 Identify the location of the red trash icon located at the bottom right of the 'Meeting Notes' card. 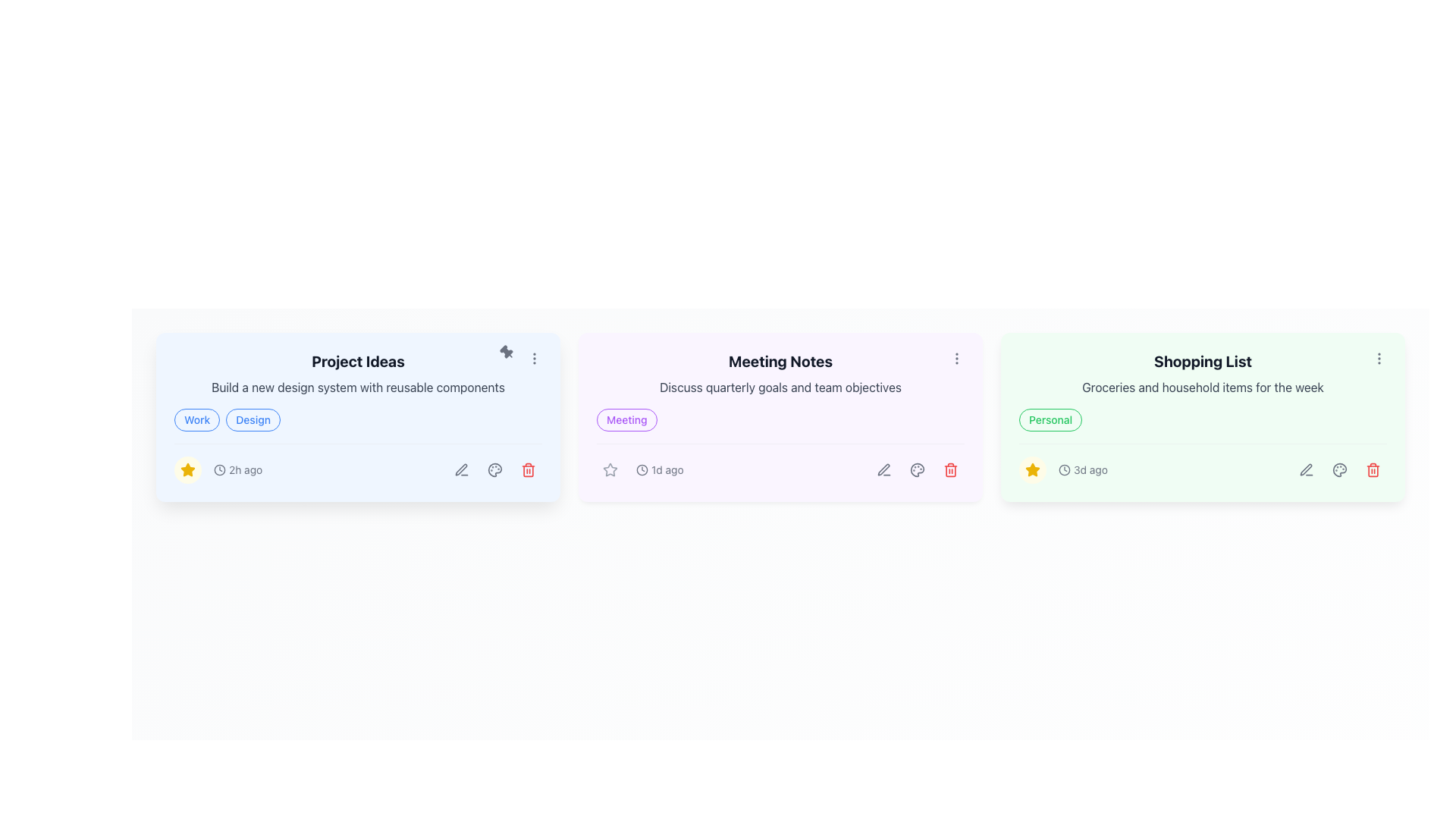
(949, 469).